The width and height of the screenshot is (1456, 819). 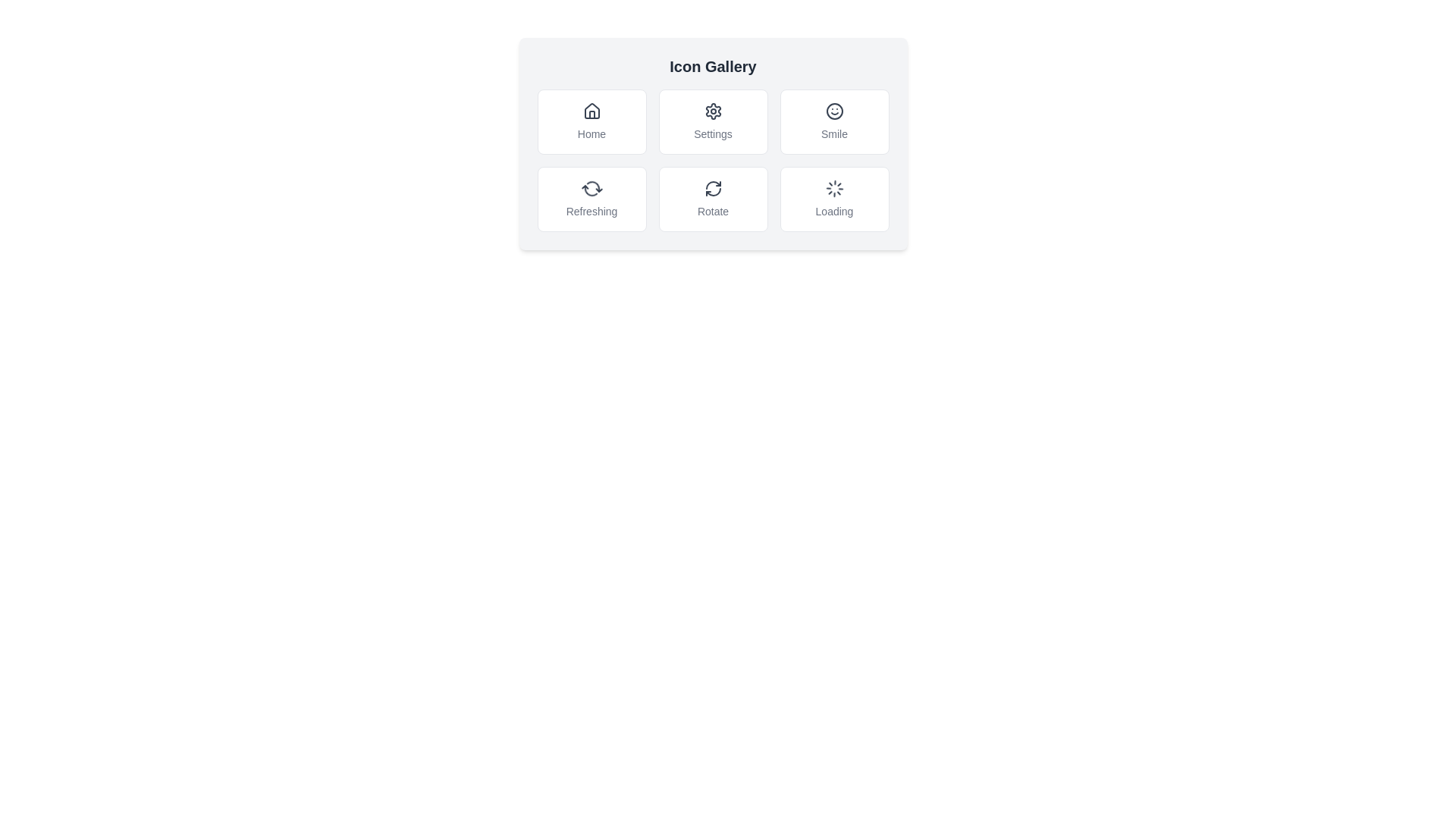 What do you see at coordinates (591, 110) in the screenshot?
I see `the house icon located in the 'Home' card at the top-left of the 'Icon Gallery', which is styled with a simple line-drawn design and dark-gray color` at bounding box center [591, 110].